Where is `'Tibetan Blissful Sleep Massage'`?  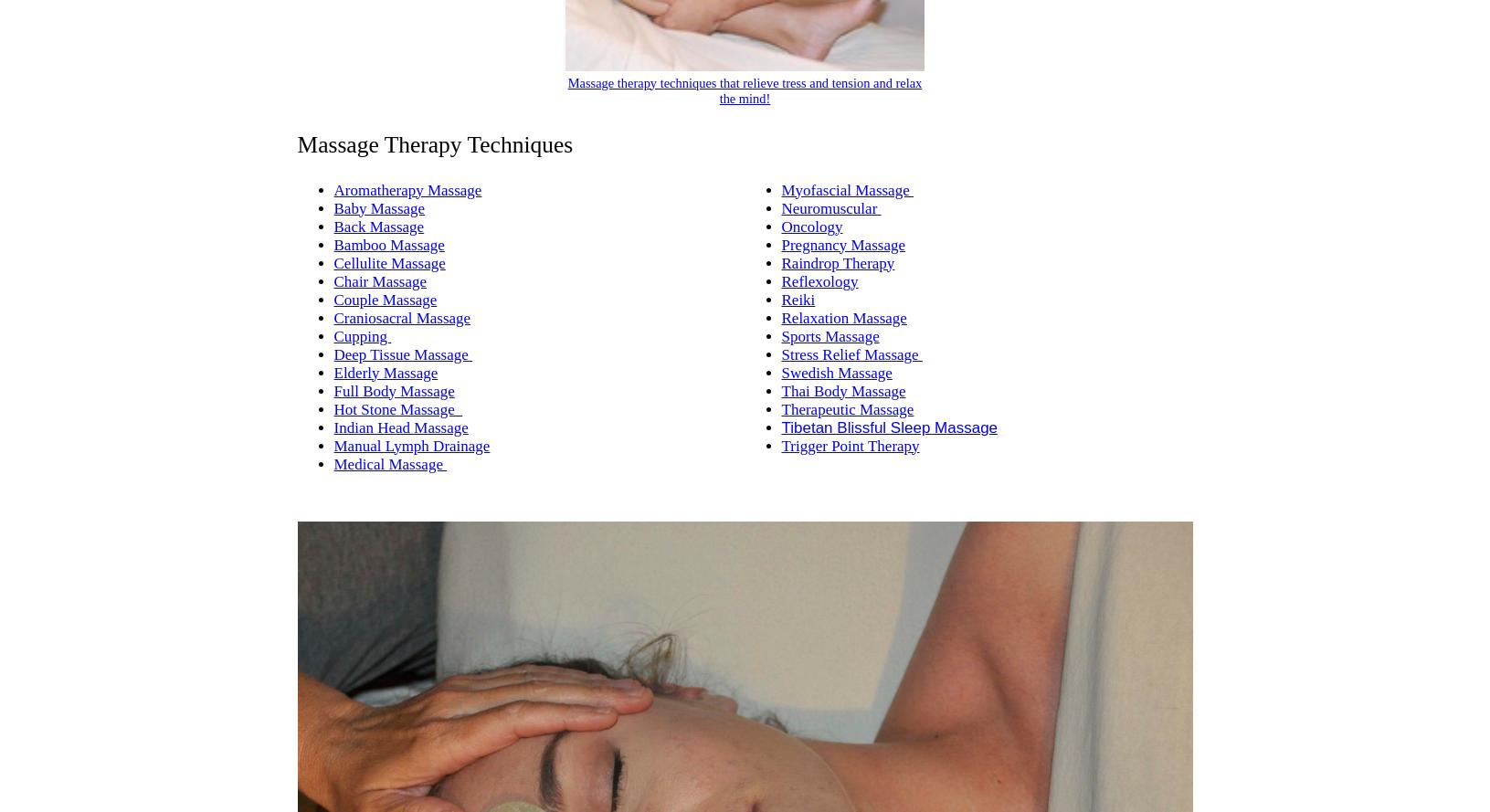 'Tibetan Blissful Sleep Massage' is located at coordinates (888, 426).